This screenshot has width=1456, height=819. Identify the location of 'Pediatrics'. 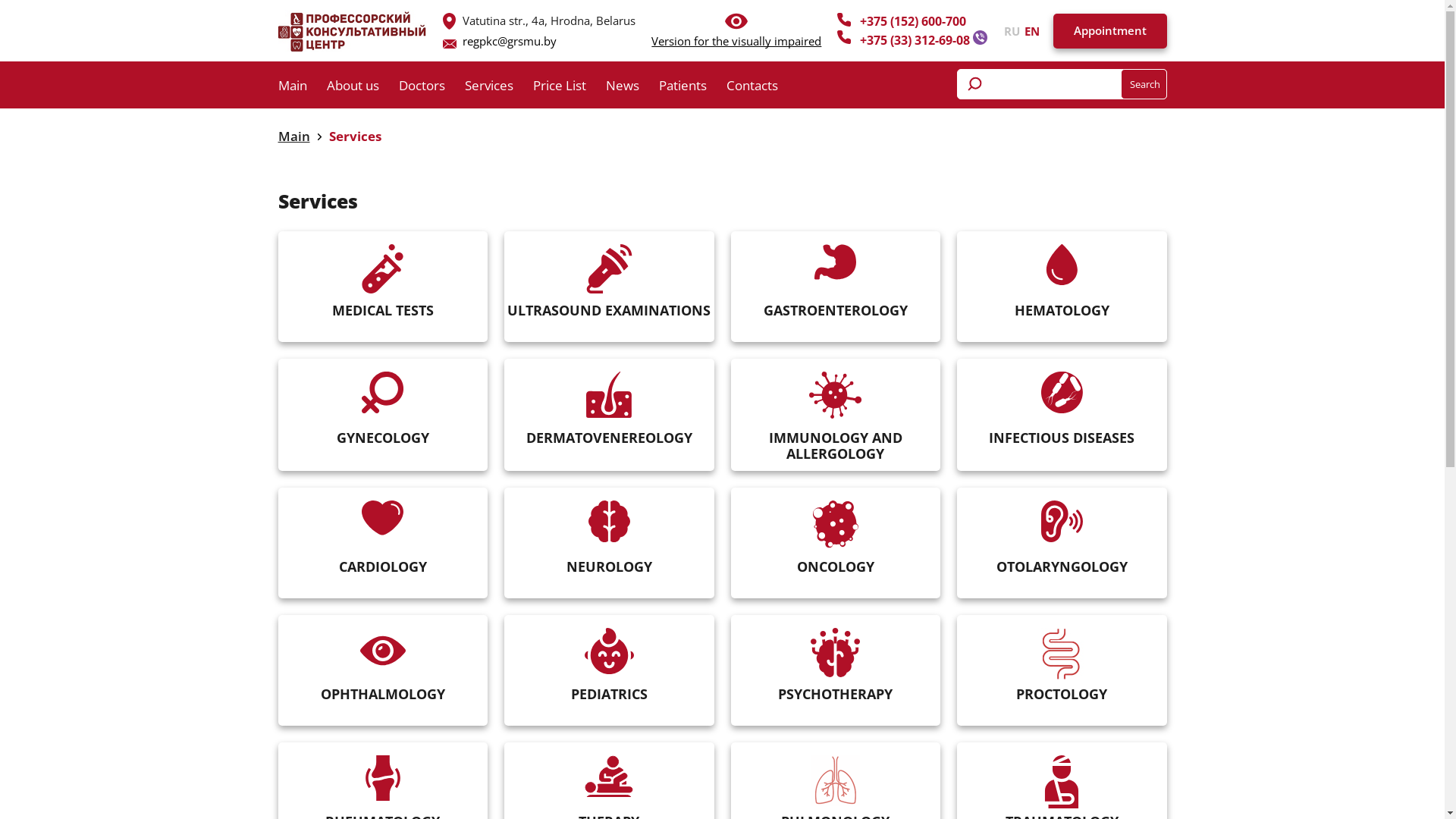
(584, 650).